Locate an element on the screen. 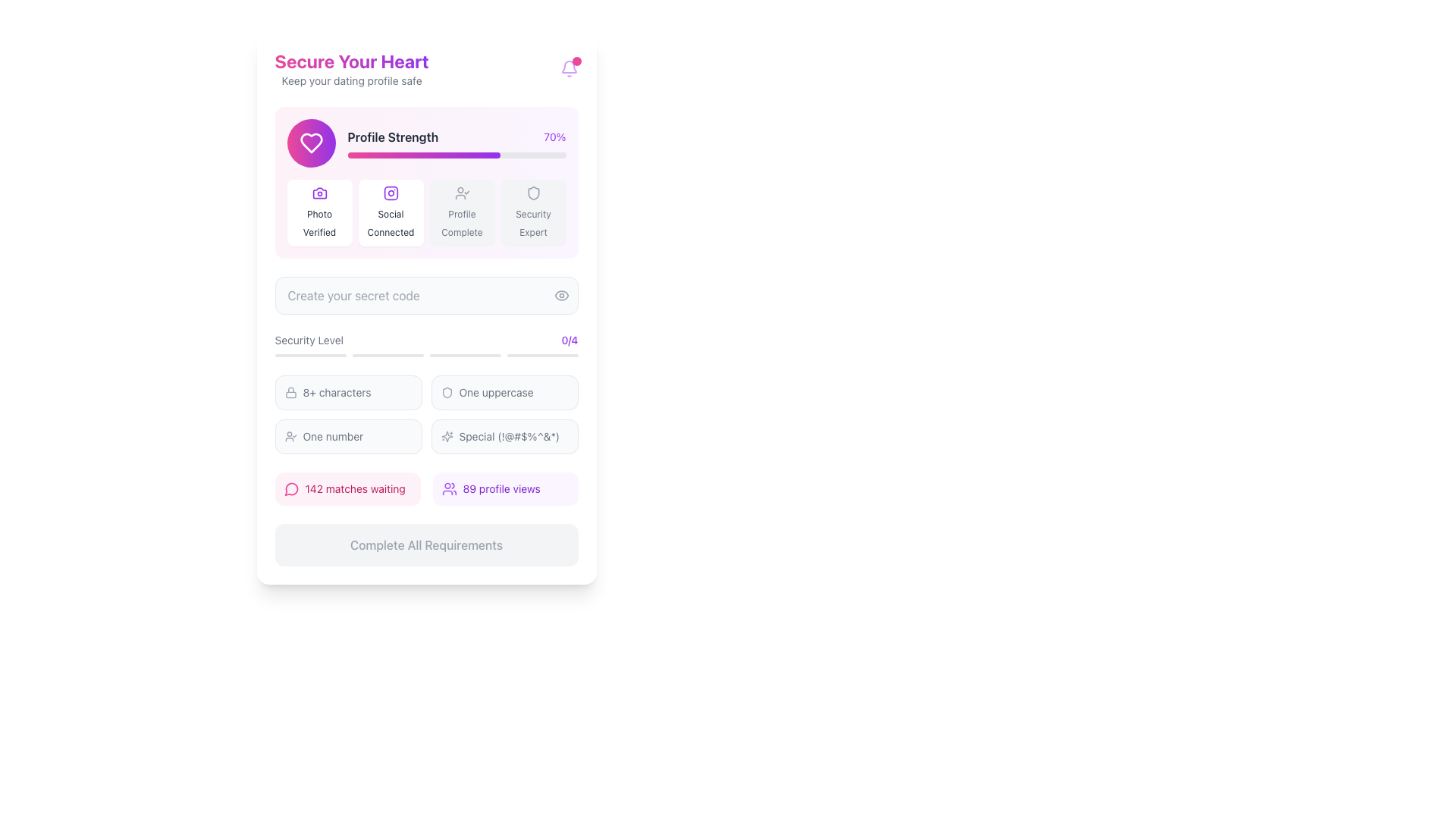 The width and height of the screenshot is (1456, 819). the 'Security Expert' icon is located at coordinates (533, 192).